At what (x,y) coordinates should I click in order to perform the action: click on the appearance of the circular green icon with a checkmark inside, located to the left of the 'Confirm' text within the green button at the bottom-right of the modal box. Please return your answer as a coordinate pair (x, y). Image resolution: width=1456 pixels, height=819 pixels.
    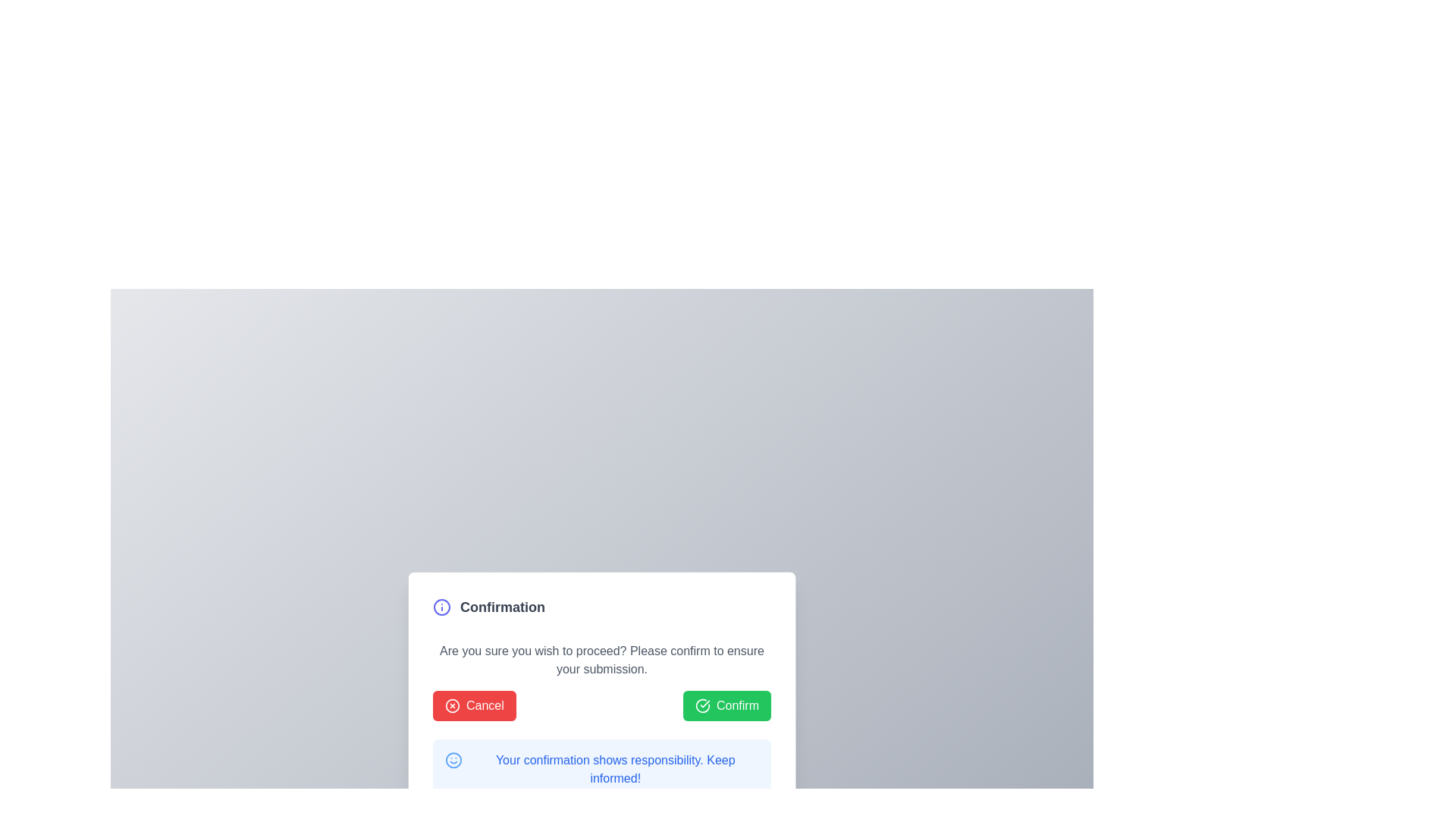
    Looking at the image, I should click on (701, 705).